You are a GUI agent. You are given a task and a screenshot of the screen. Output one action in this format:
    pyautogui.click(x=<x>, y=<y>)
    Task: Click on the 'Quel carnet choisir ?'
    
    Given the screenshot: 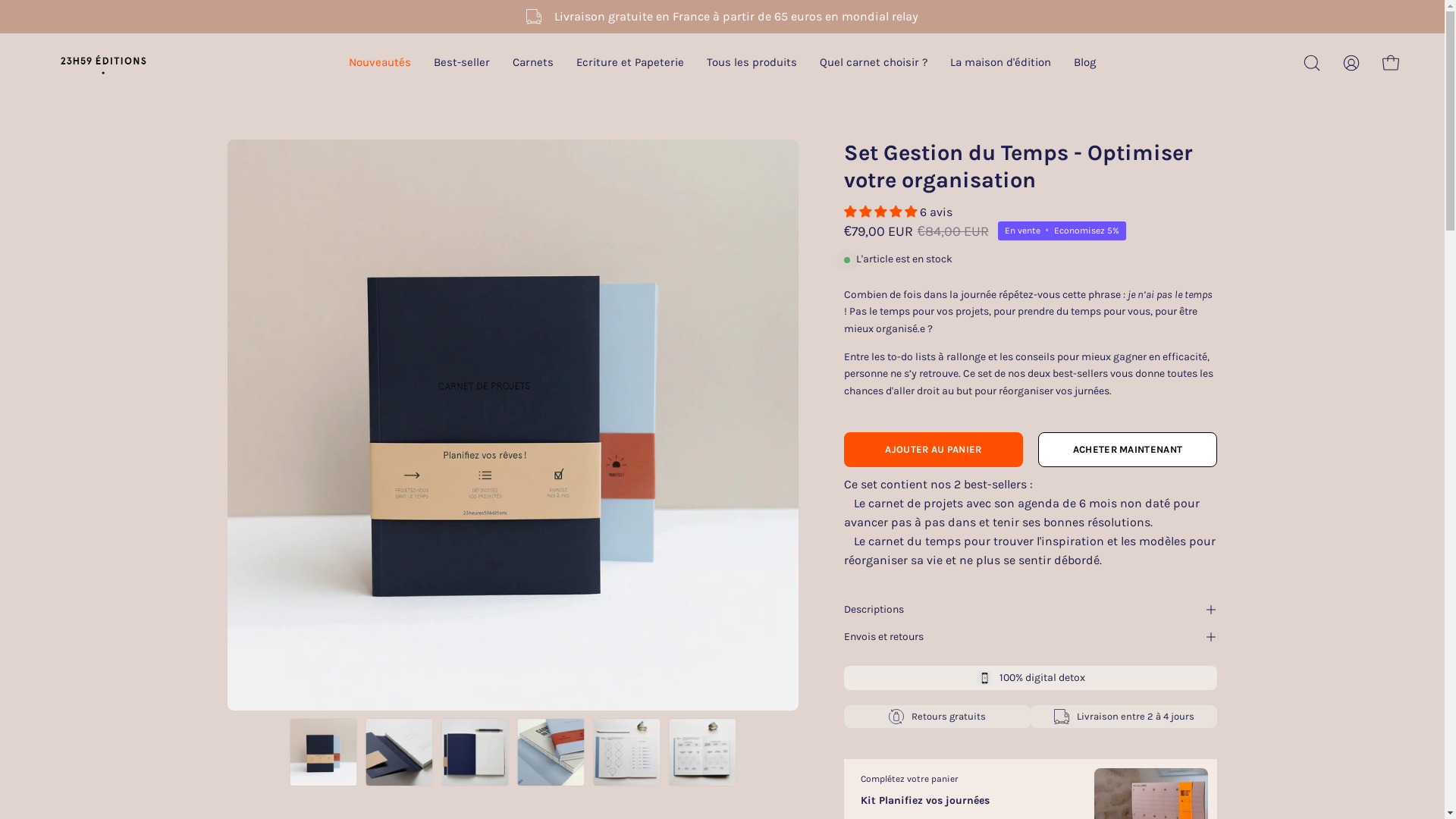 What is the action you would take?
    pyautogui.click(x=874, y=62)
    